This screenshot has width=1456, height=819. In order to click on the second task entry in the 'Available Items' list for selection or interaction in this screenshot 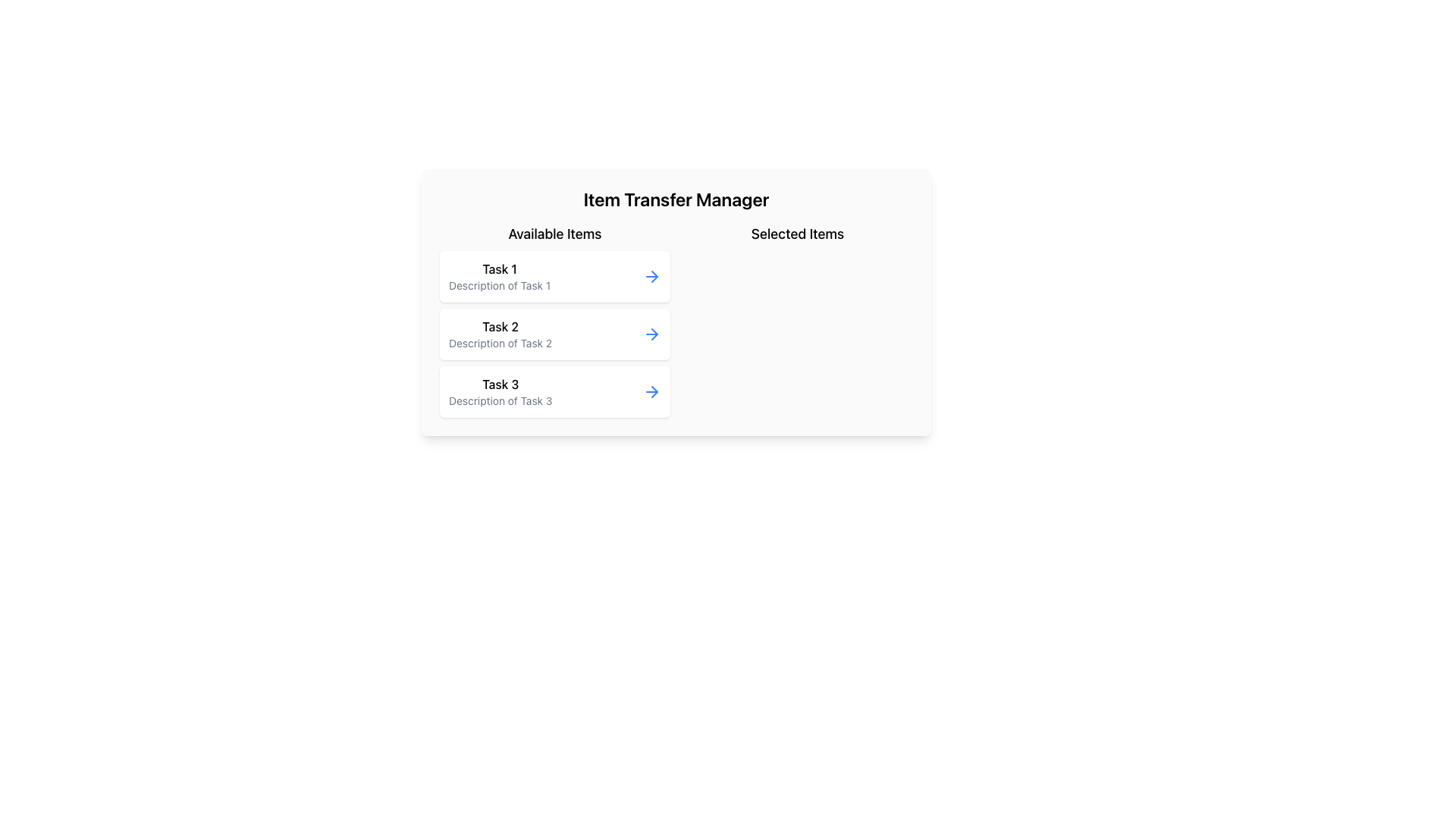, I will do `click(500, 333)`.